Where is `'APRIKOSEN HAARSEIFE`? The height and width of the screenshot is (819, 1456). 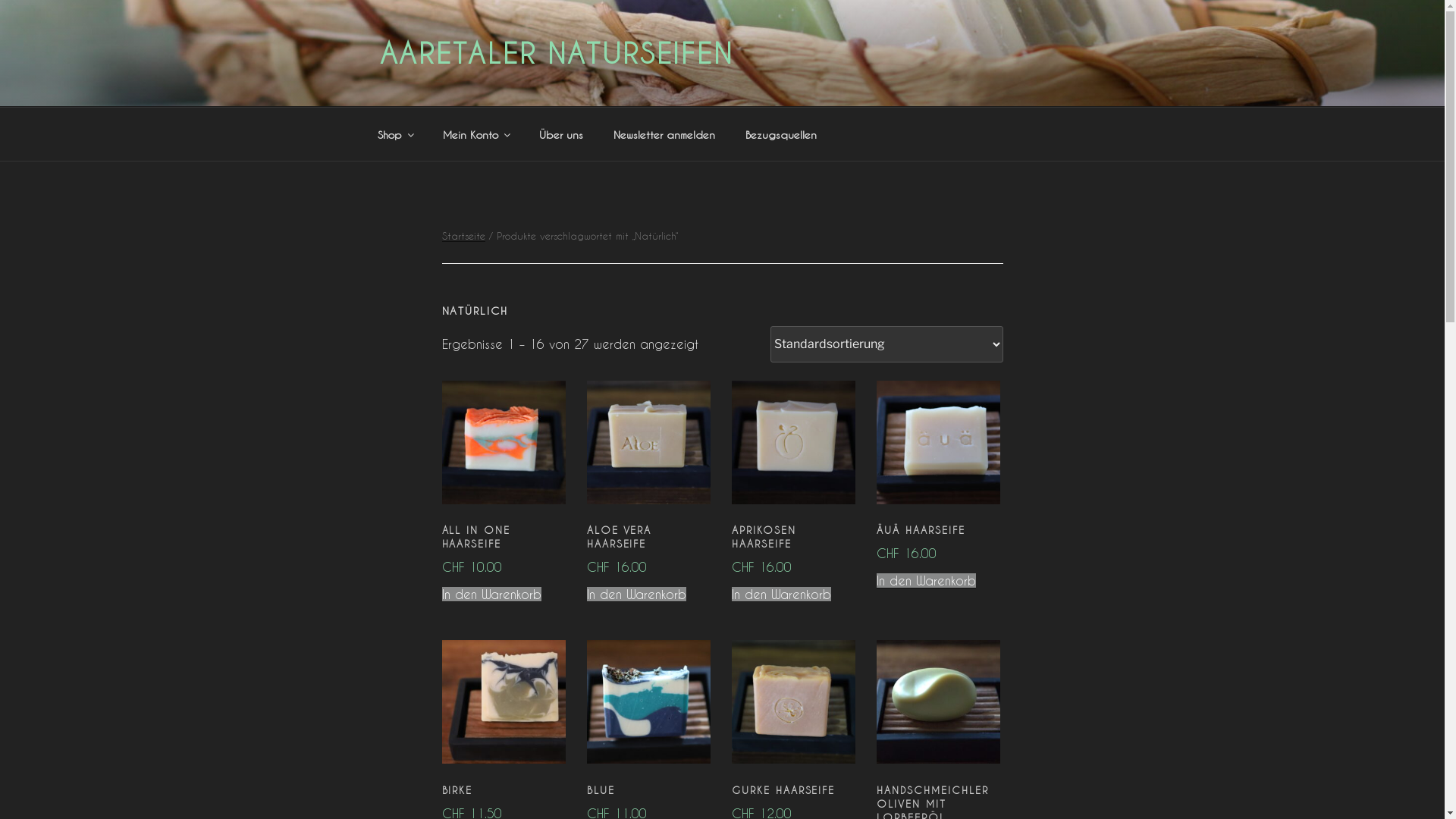 'APRIKOSEN HAARSEIFE is located at coordinates (731, 547).